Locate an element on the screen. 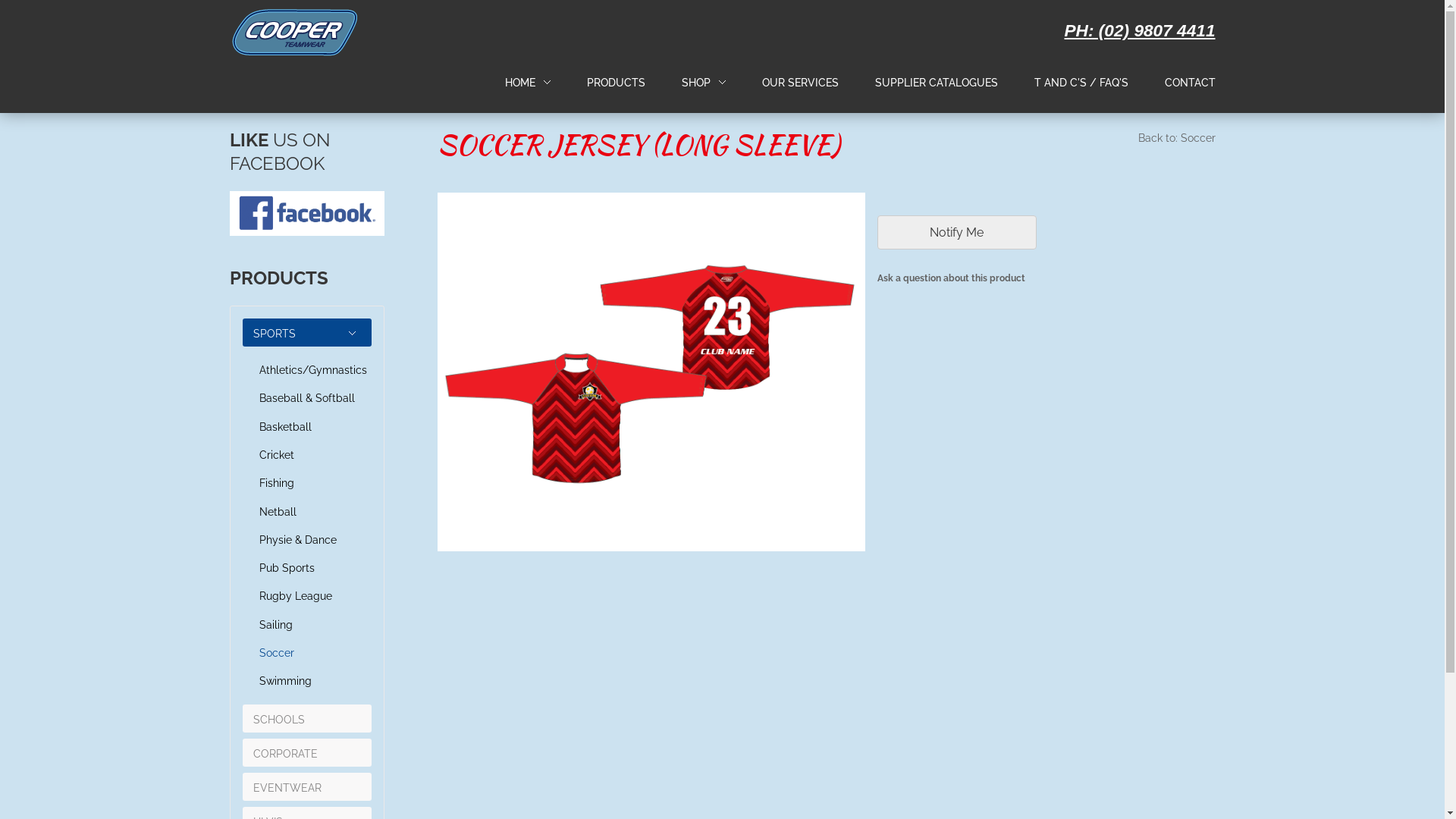 The width and height of the screenshot is (1456, 819). 'SHOP' is located at coordinates (679, 83).